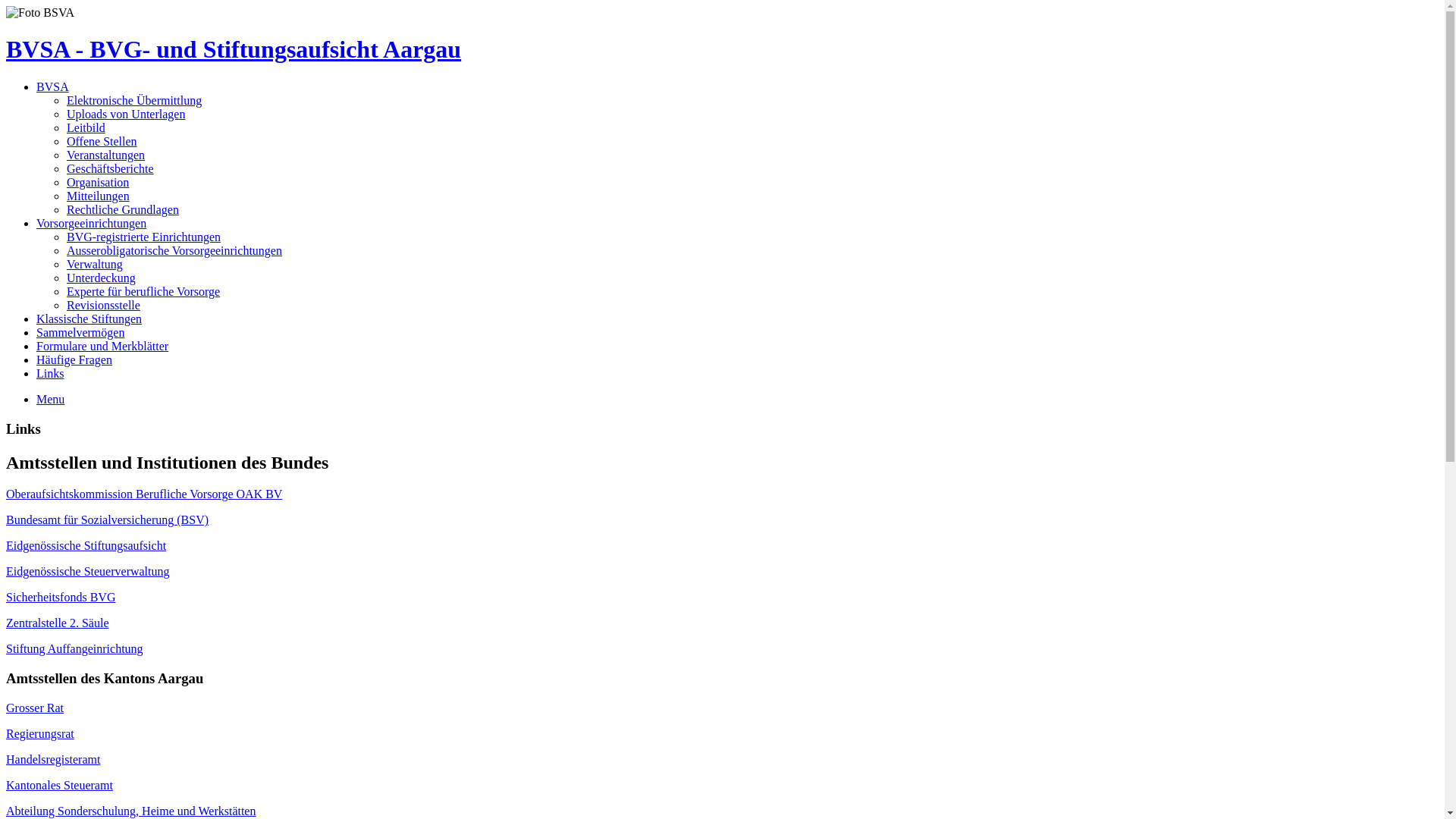  I want to click on 'Offene Stellen', so click(101, 141).